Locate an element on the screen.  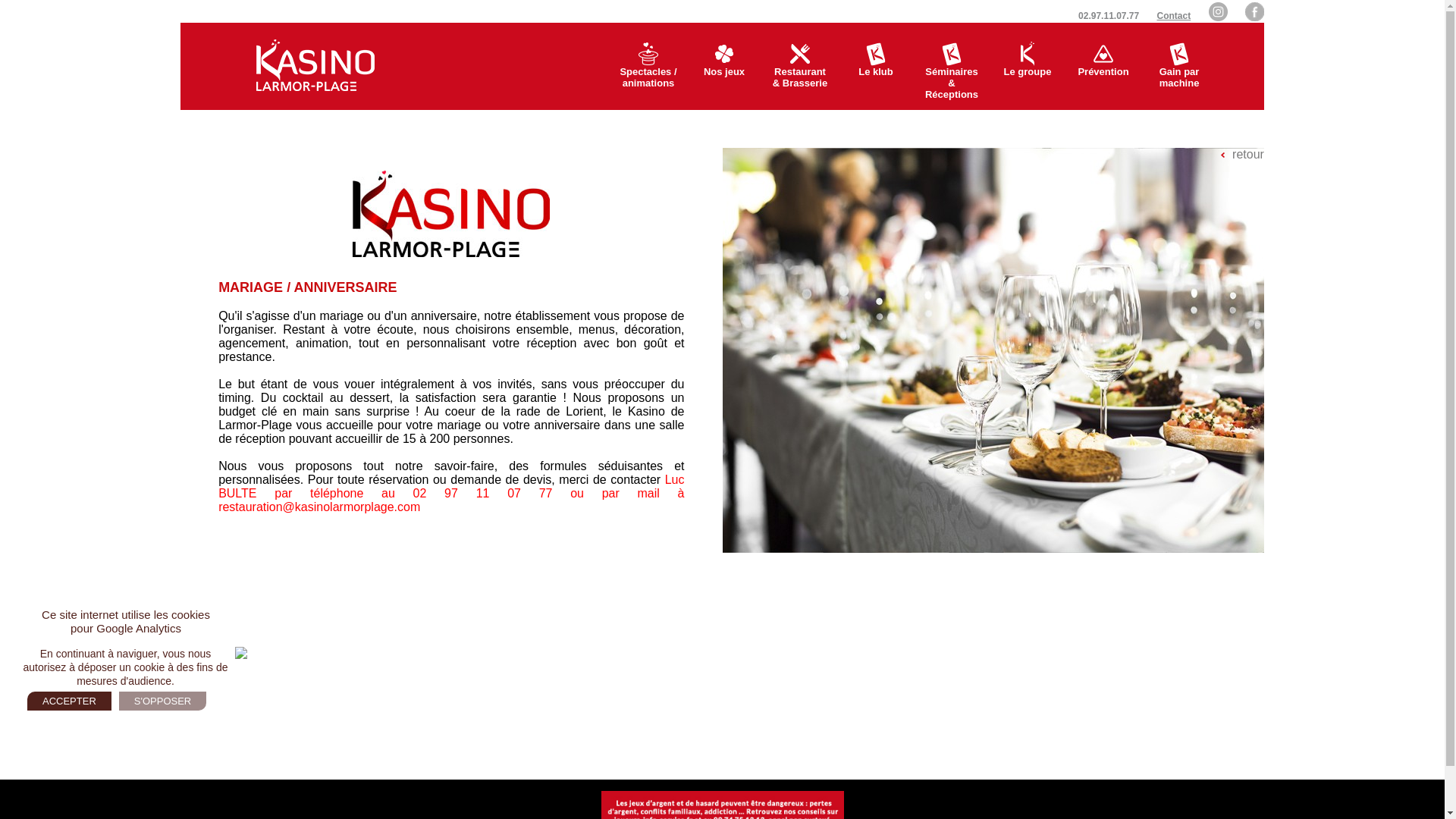
'retour' is located at coordinates (1242, 155).